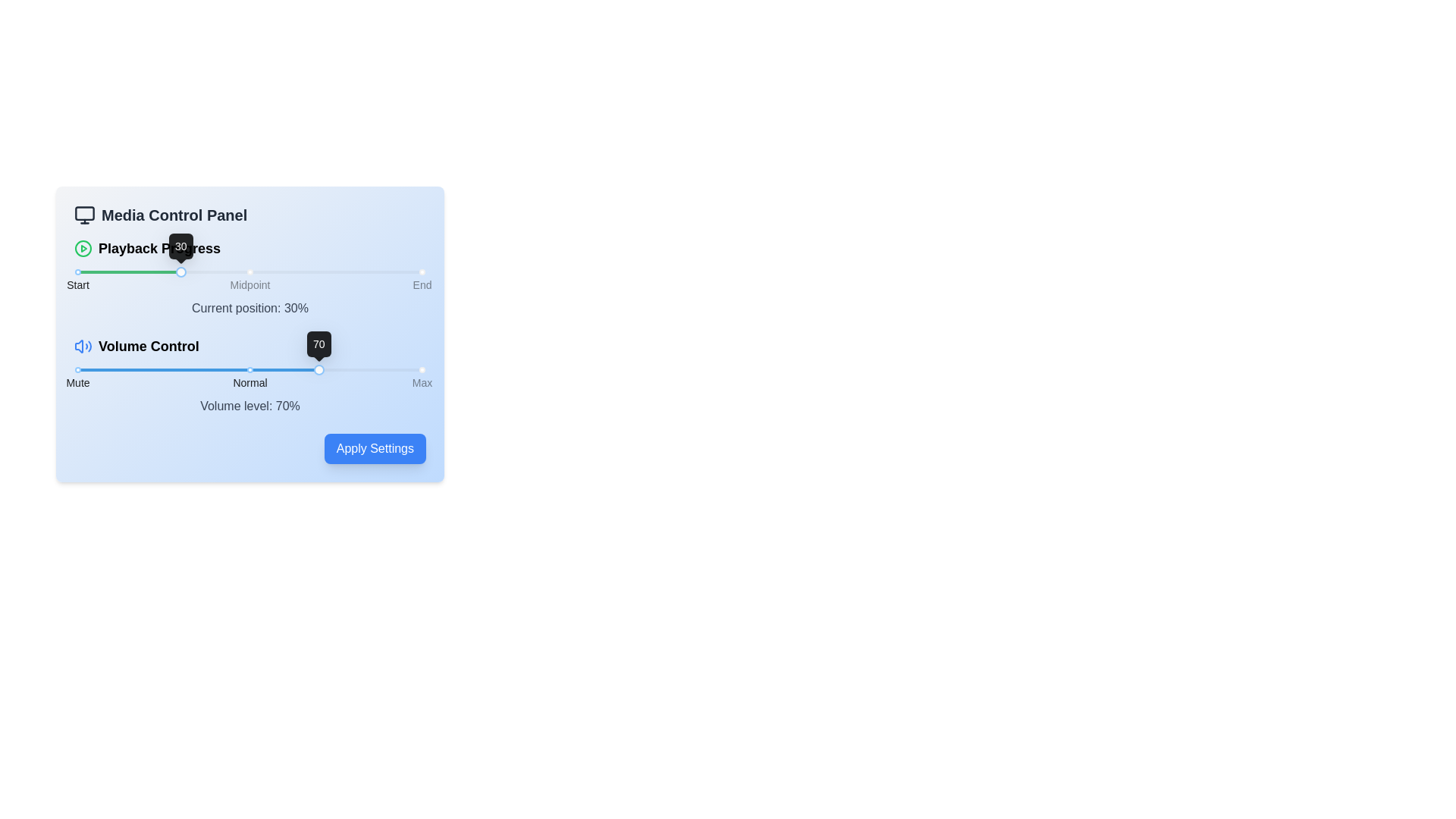 The width and height of the screenshot is (1456, 819). Describe the element at coordinates (312, 370) in the screenshot. I see `the volume` at that location.